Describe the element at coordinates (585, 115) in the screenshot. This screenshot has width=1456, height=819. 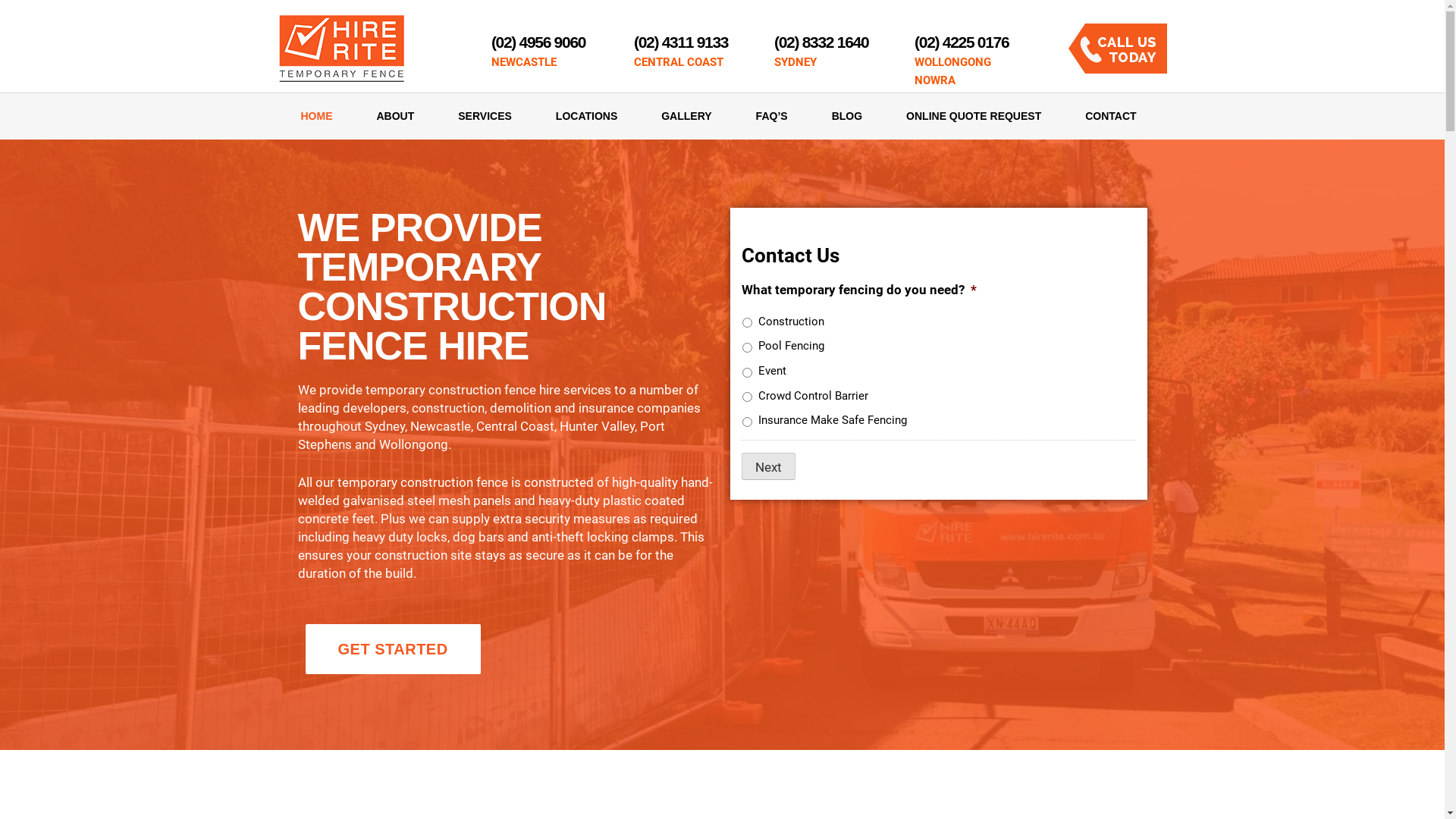
I see `'LOCATIONS'` at that location.